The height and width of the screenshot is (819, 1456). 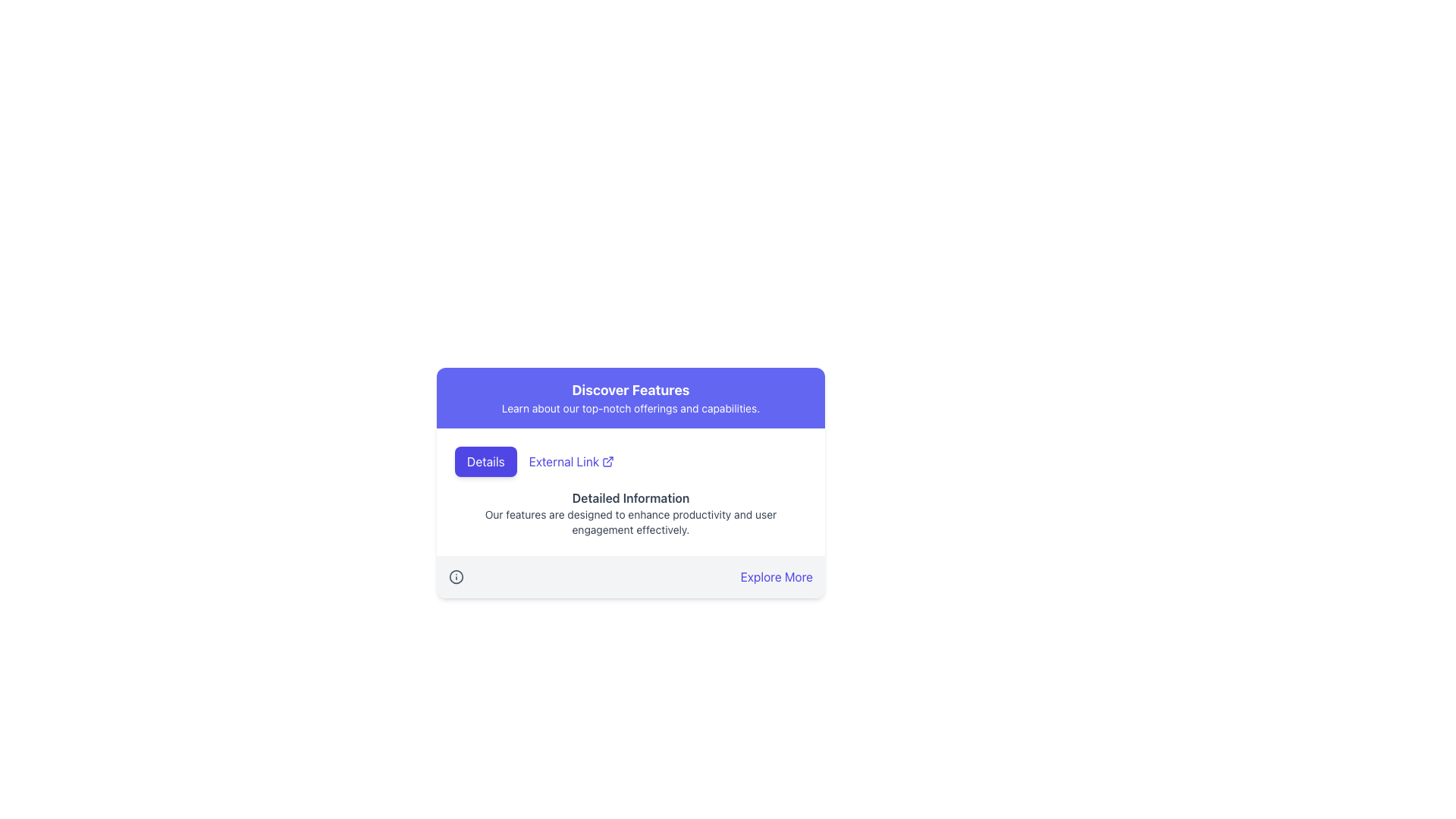 I want to click on the hyperlink styled with a blue, underlined font containing the text 'External Link' and an embedded icon, so click(x=570, y=461).